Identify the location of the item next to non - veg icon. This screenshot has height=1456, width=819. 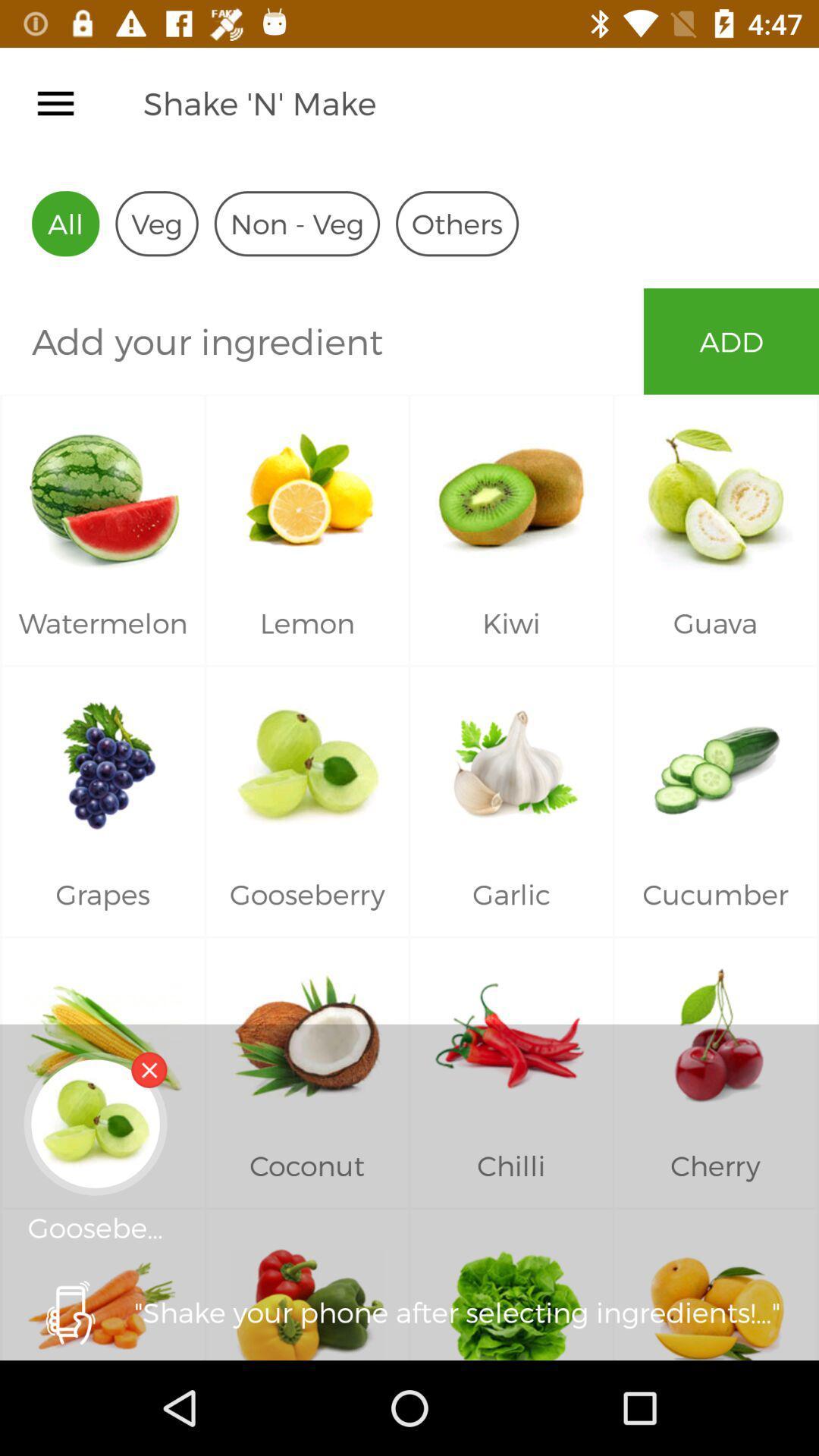
(456, 223).